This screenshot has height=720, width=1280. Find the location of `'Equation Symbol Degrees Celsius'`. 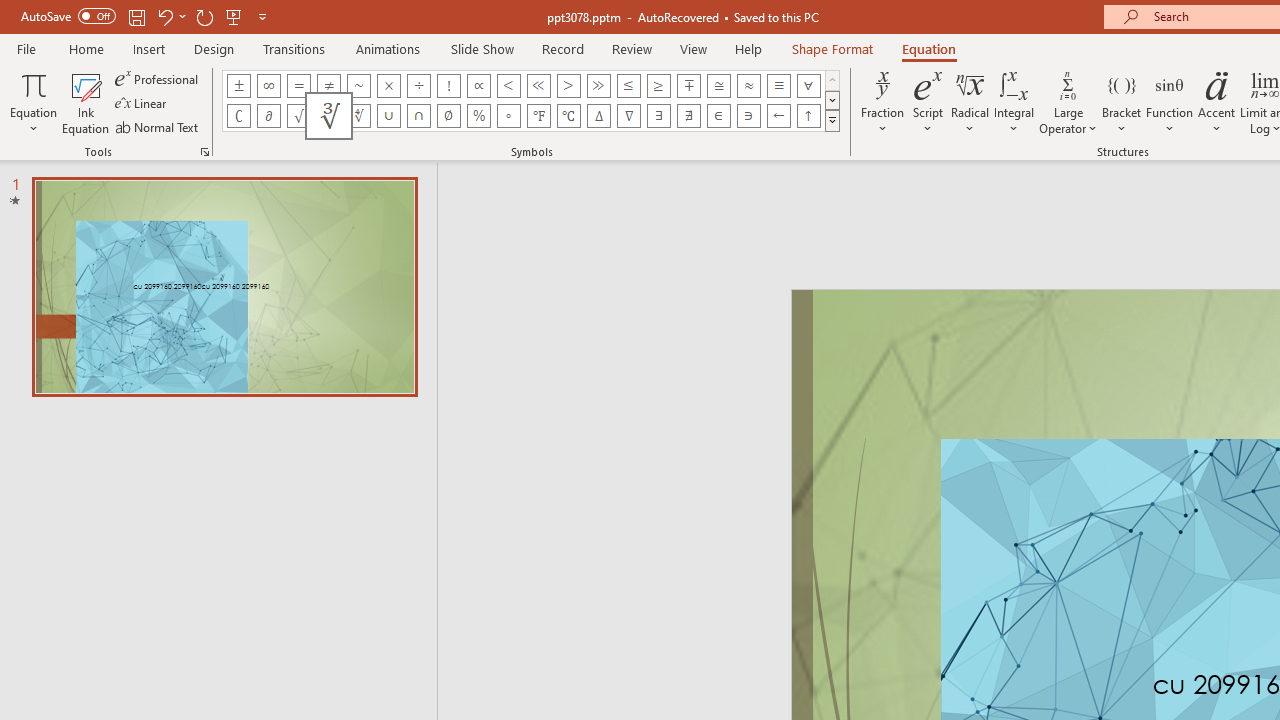

'Equation Symbol Degrees Celsius' is located at coordinates (567, 115).